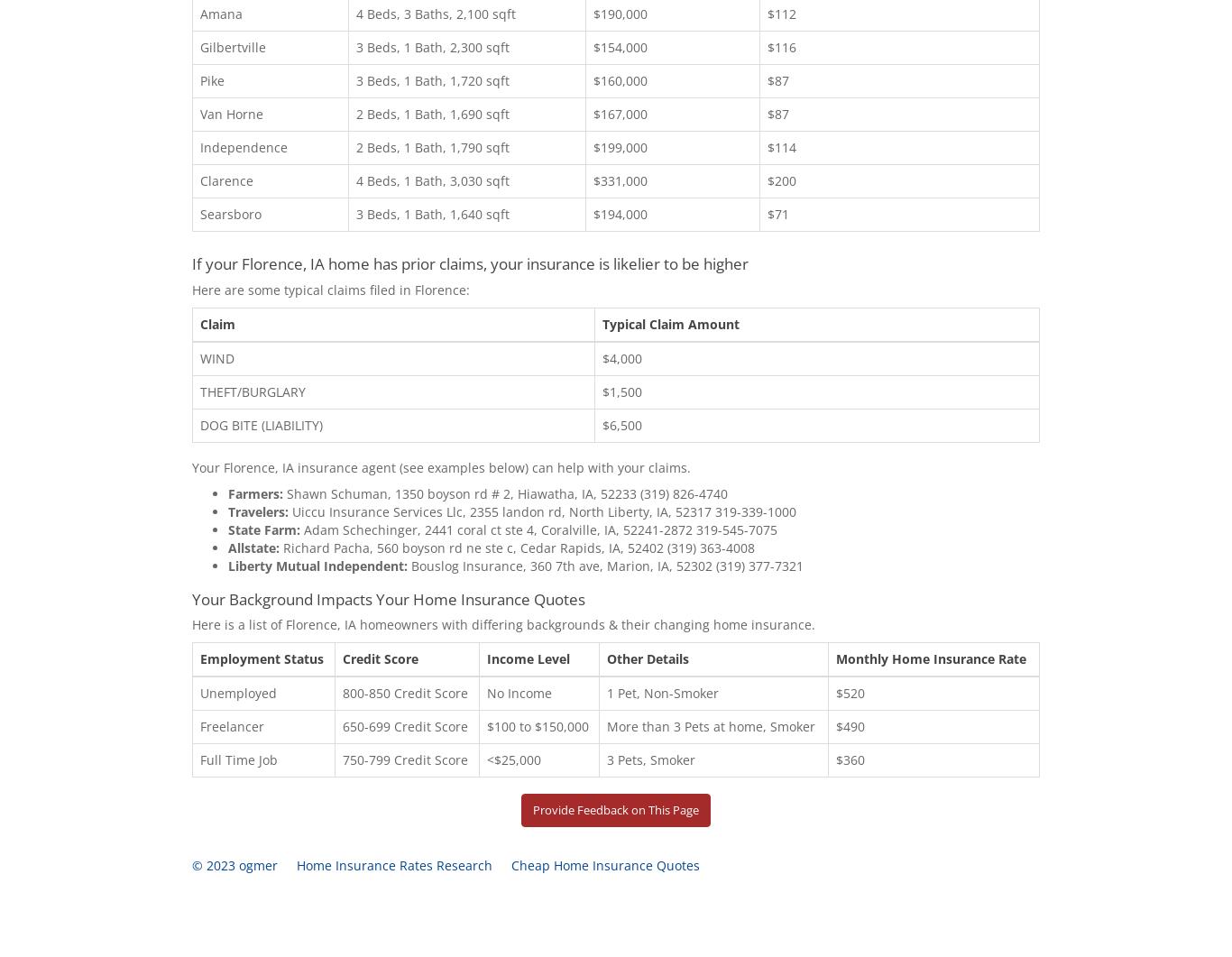  I want to click on '$190,000', so click(621, 13).